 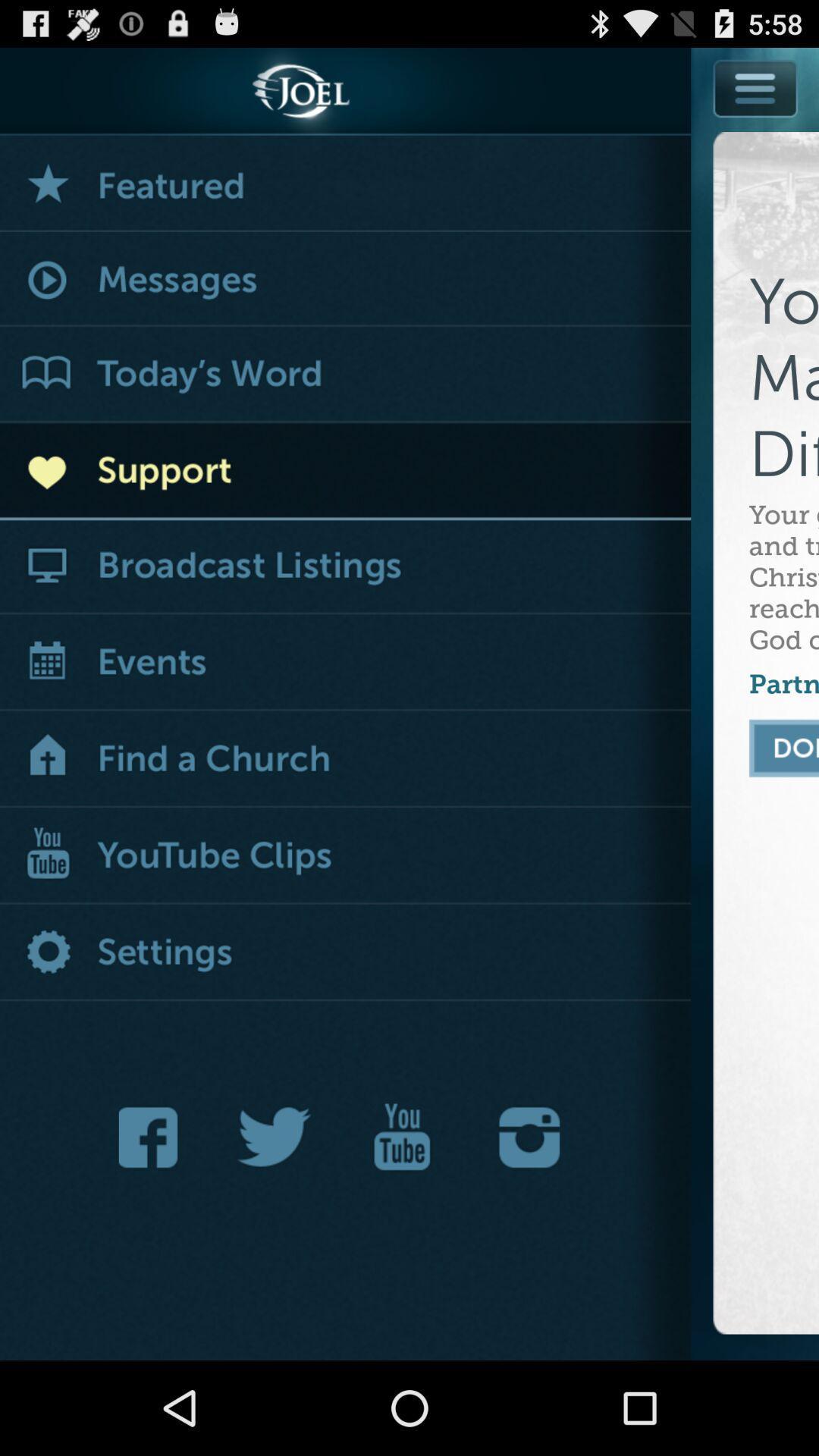 What do you see at coordinates (345, 375) in the screenshot?
I see `tap for article` at bounding box center [345, 375].